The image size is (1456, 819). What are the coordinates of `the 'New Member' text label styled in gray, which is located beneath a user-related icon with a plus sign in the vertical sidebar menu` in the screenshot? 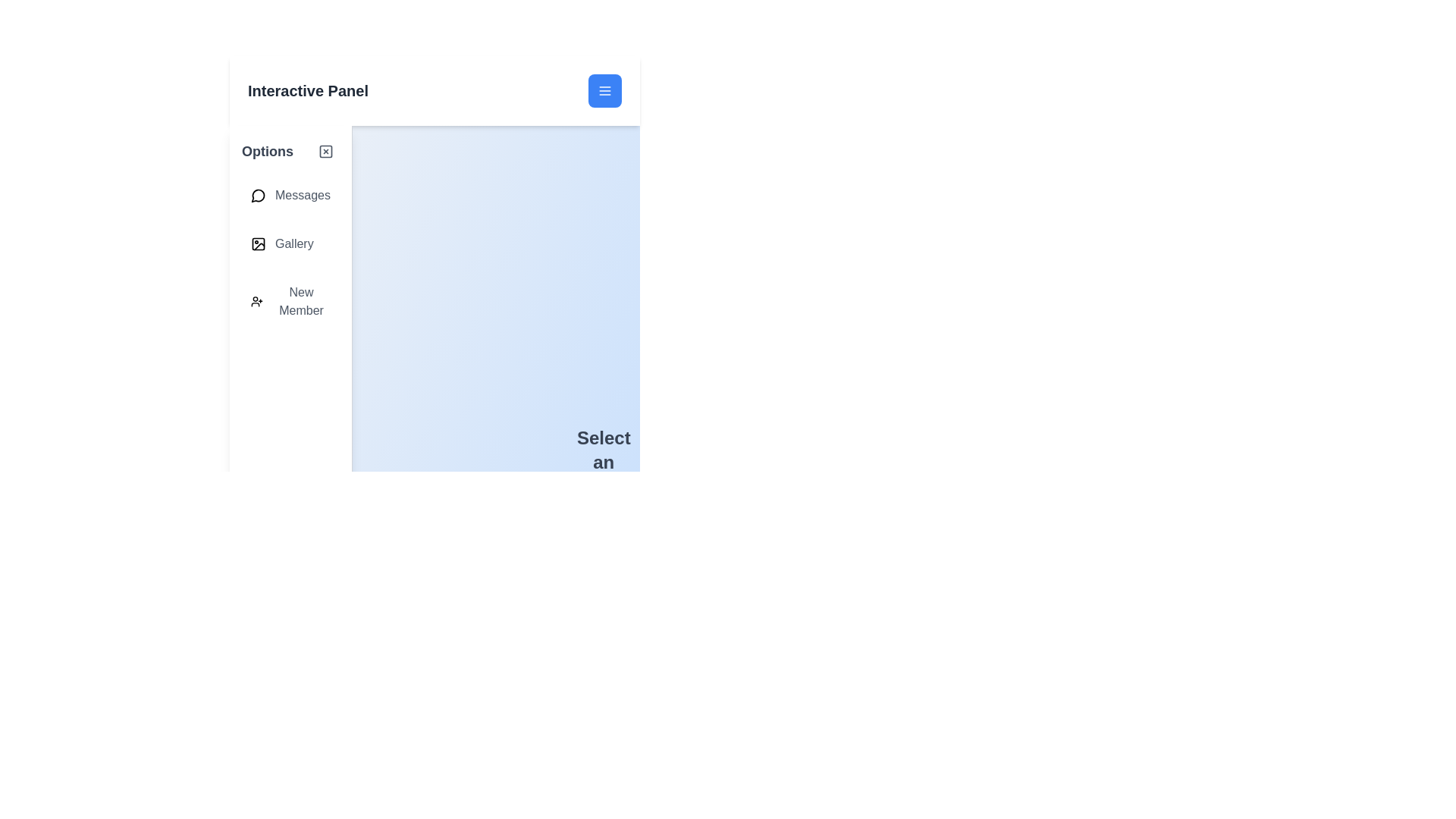 It's located at (301, 301).